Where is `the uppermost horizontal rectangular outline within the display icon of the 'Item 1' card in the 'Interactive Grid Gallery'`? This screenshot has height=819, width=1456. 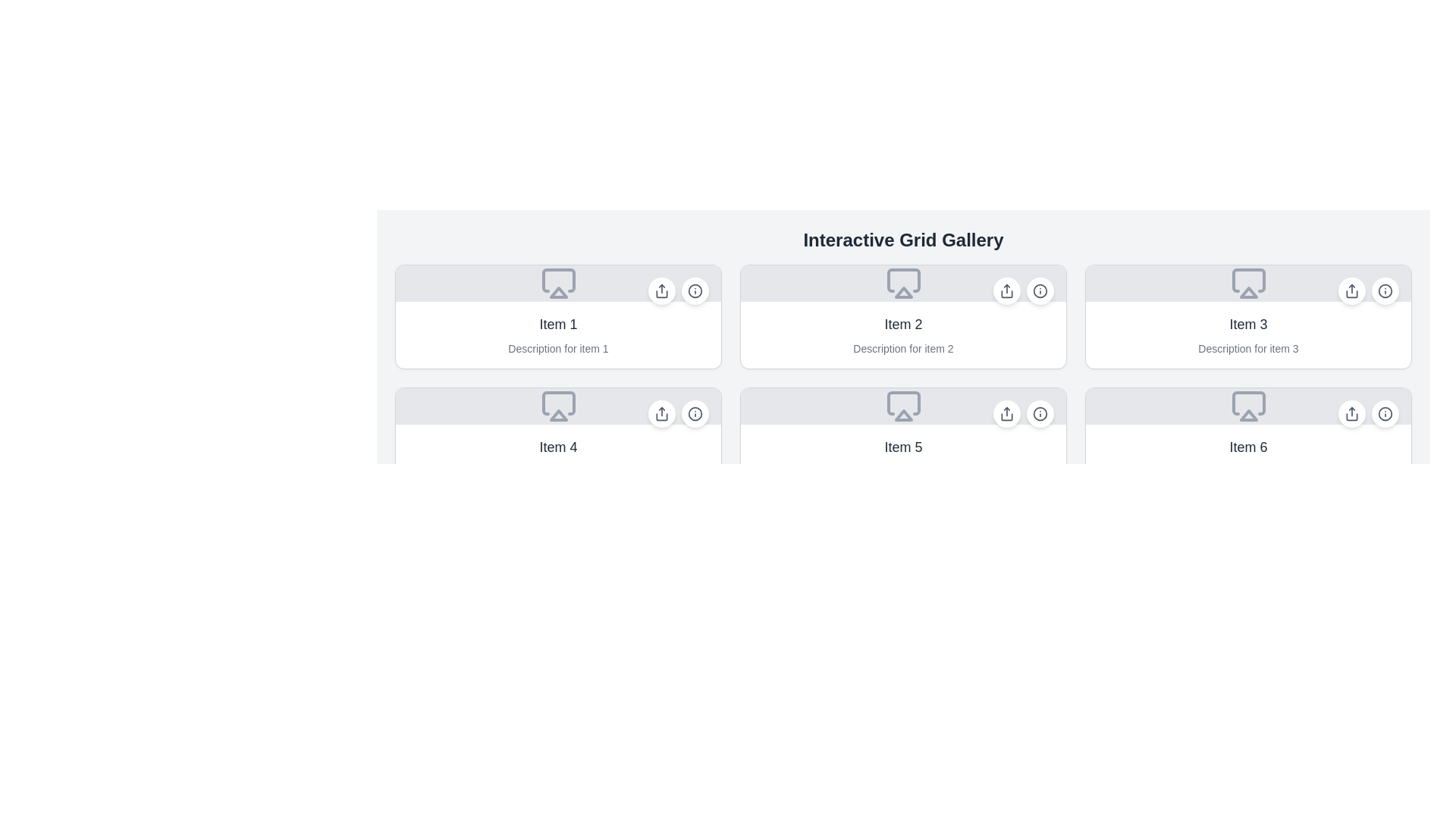 the uppermost horizontal rectangular outline within the display icon of the 'Item 1' card in the 'Interactive Grid Gallery' is located at coordinates (557, 281).